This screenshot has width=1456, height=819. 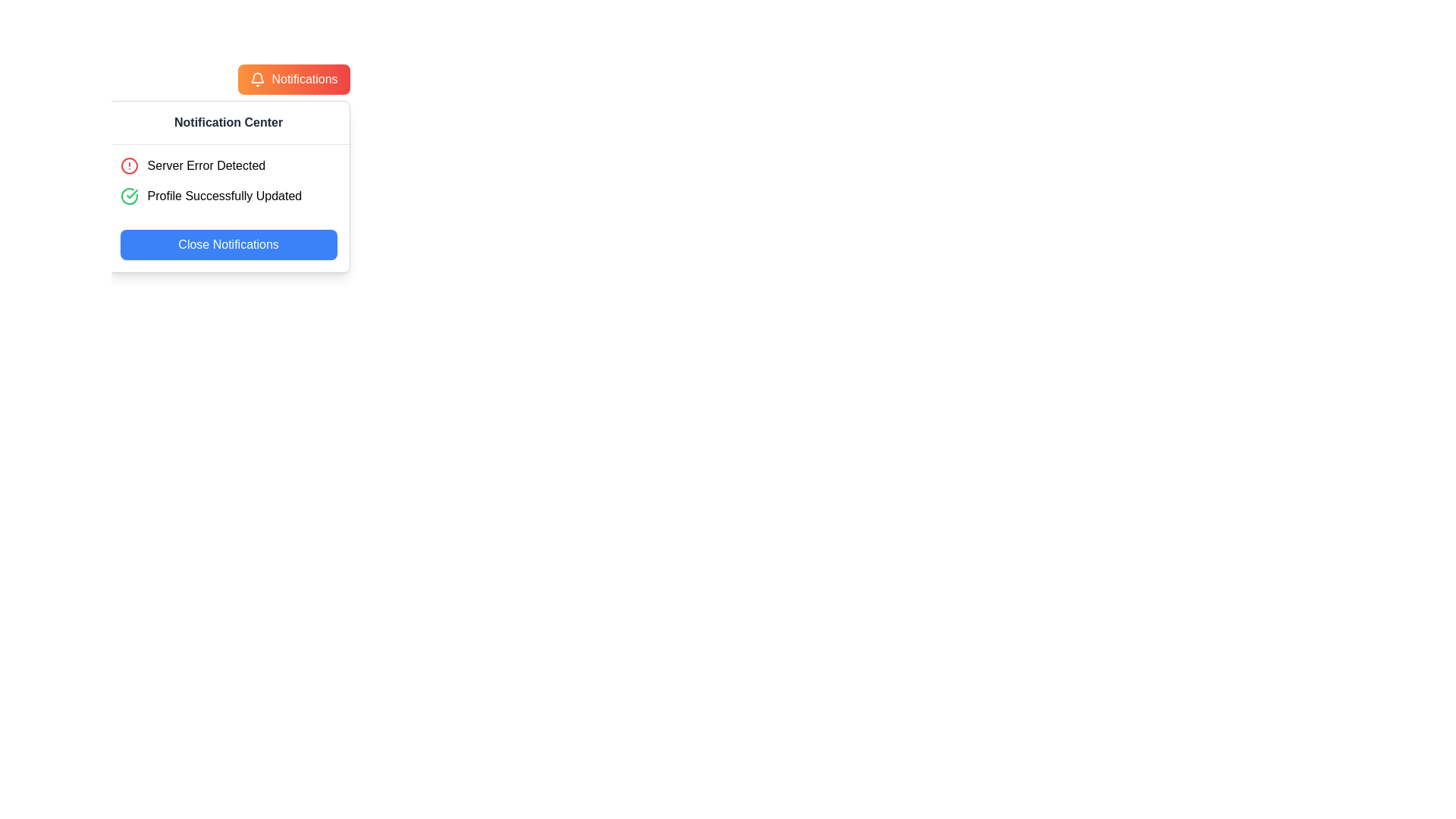 I want to click on the button located at the top of the notification panel, so click(x=294, y=79).